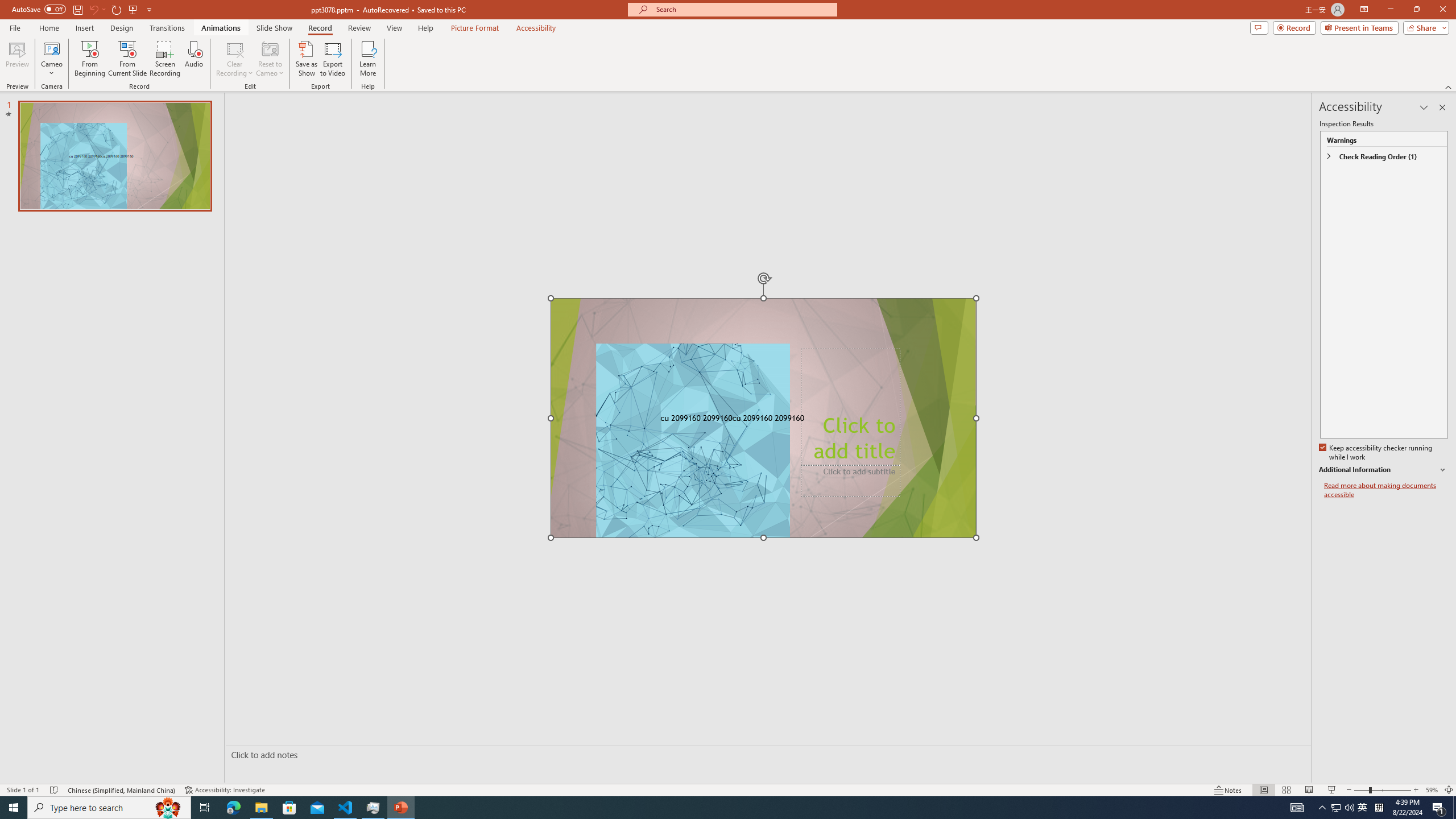 This screenshot has width=1456, height=819. Describe the element at coordinates (475, 28) in the screenshot. I see `'Picture Format'` at that location.